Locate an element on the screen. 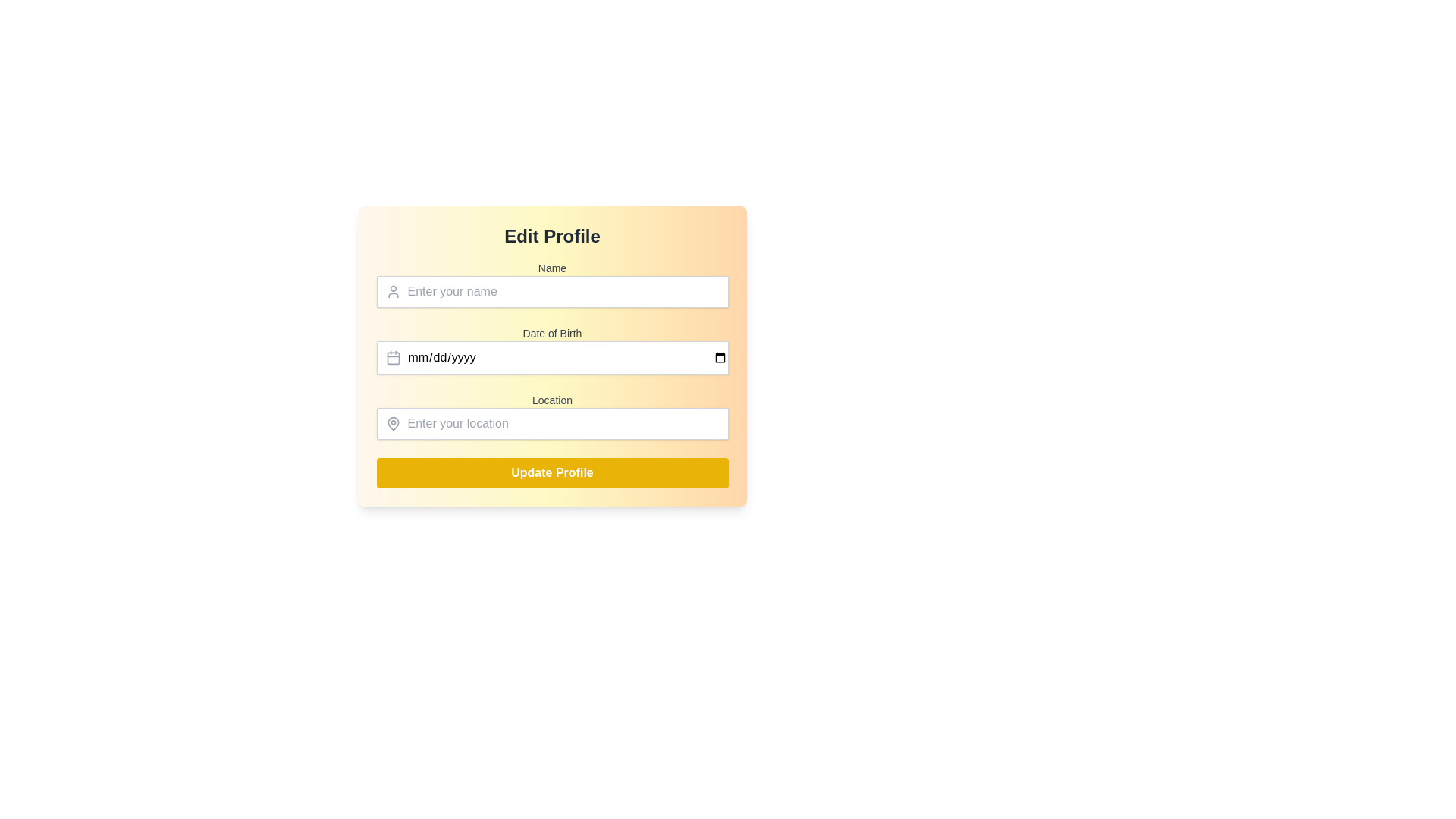  the Text label that serves as a heading for the user profile editing form, located at the top of the form above fields like 'Name', 'Date of Birth', and 'Location' is located at coordinates (551, 237).